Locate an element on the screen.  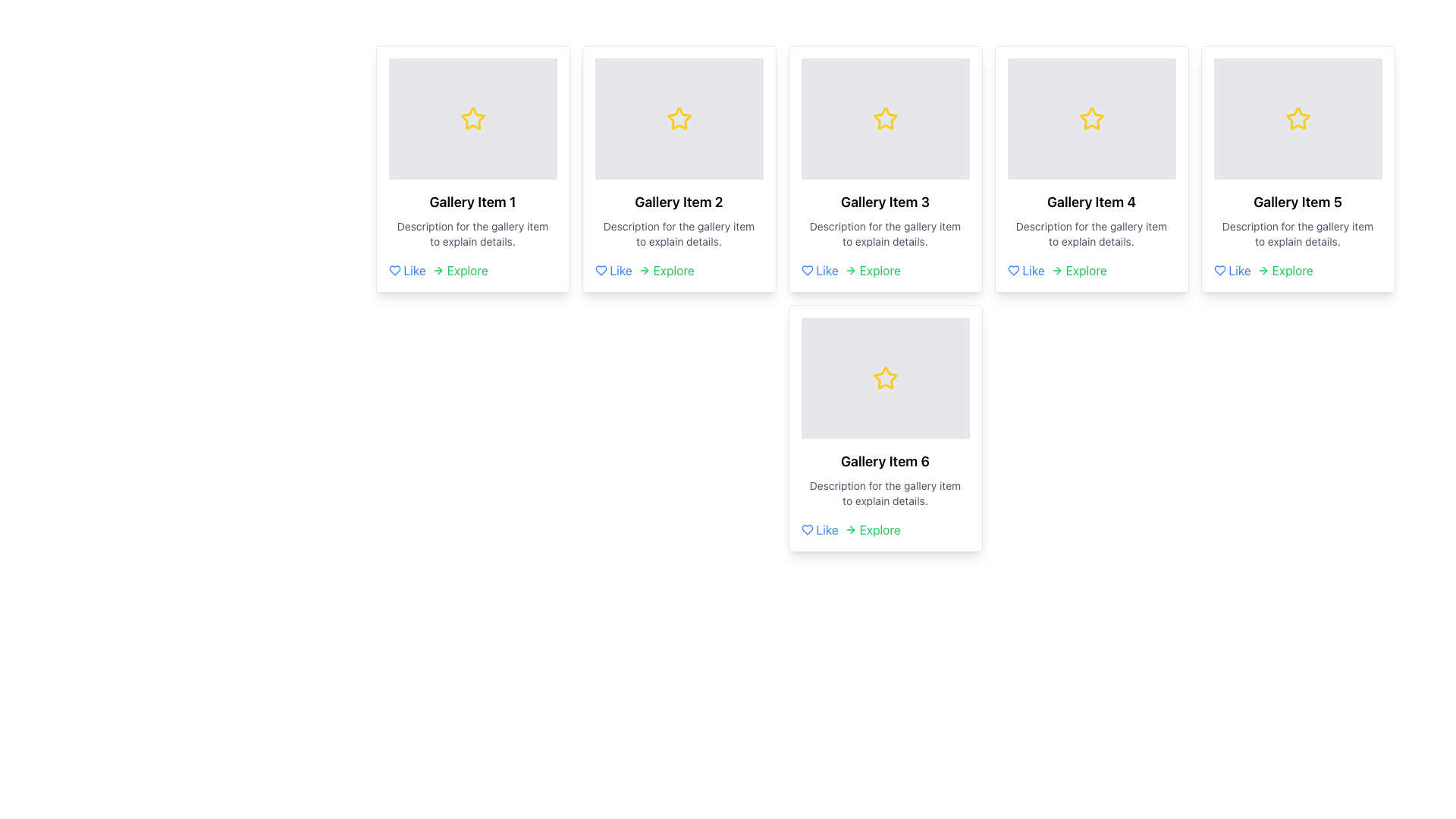
the heart icon with a blue stroke located below the text 'Gallery Item 2' to like or unlike the item is located at coordinates (600, 270).